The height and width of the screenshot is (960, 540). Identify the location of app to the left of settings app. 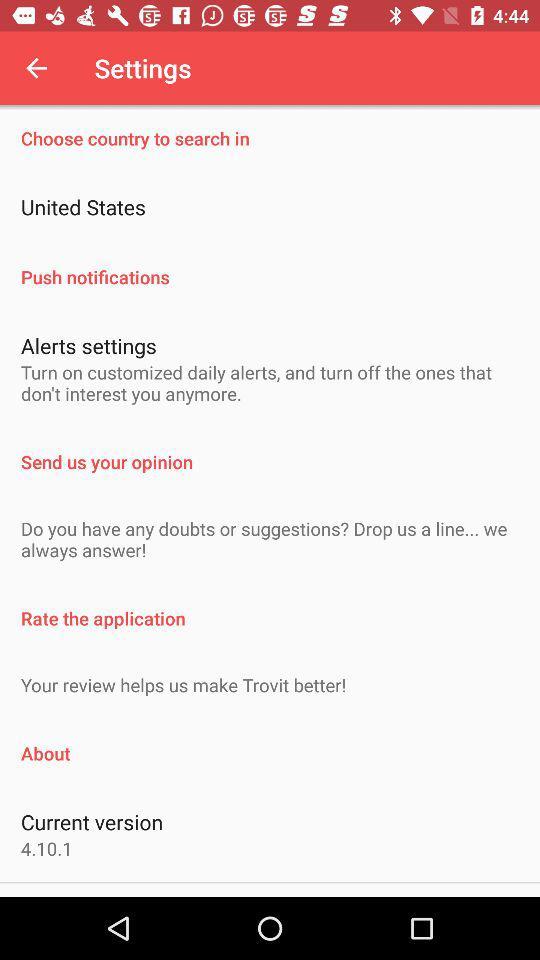
(36, 68).